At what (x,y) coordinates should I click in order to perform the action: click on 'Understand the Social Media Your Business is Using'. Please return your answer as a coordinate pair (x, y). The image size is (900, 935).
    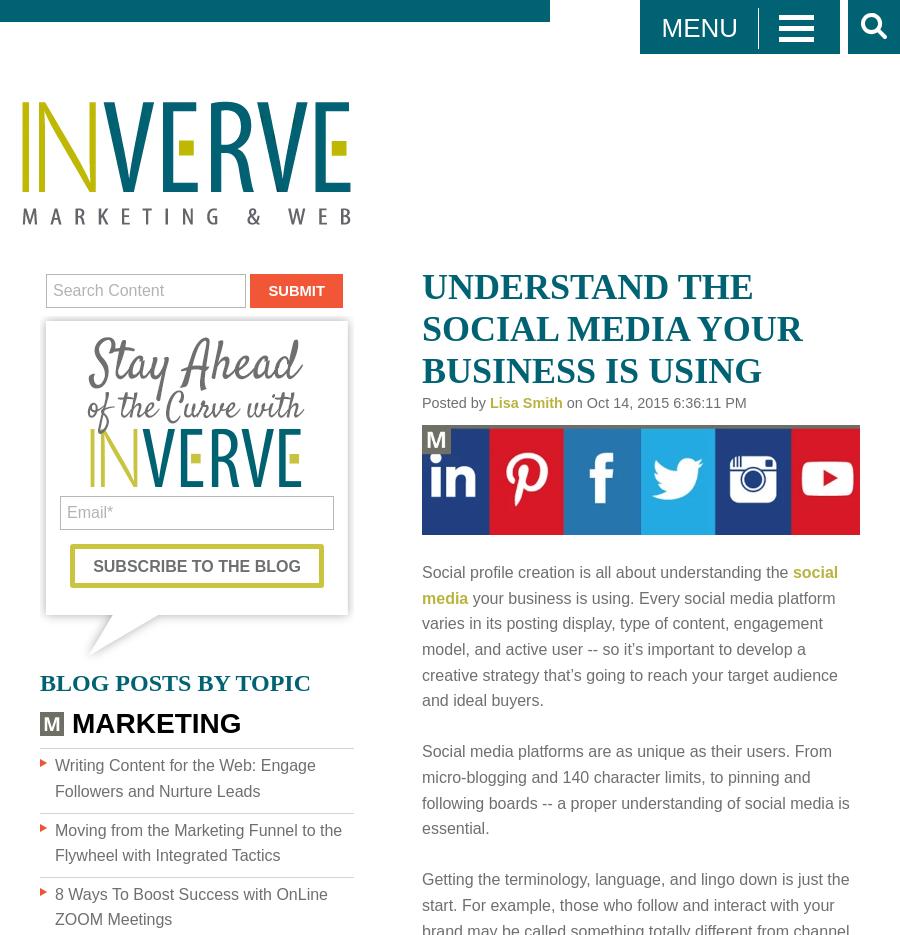
    Looking at the image, I should click on (612, 329).